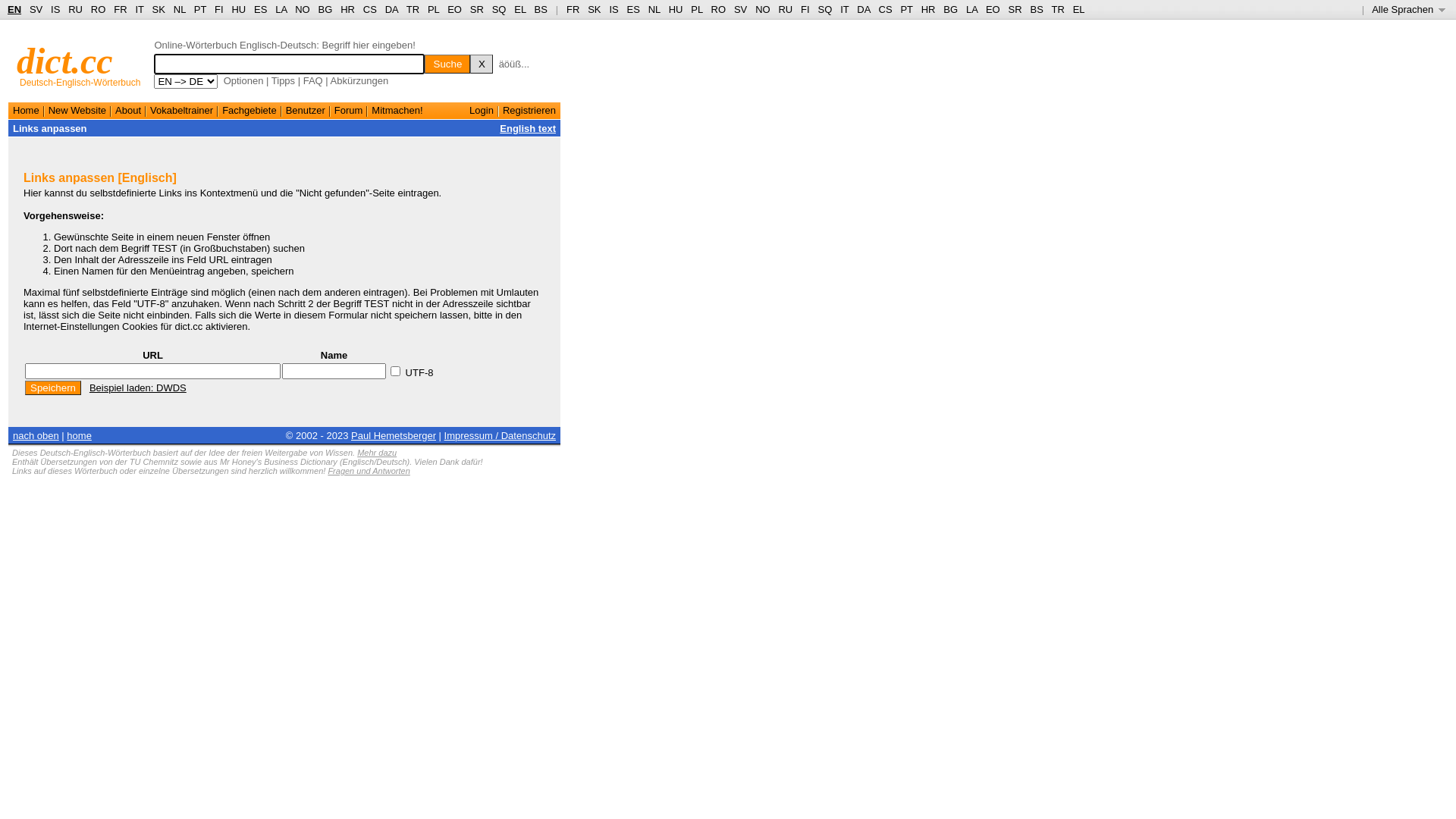  Describe the element at coordinates (480, 109) in the screenshot. I see `'Login'` at that location.